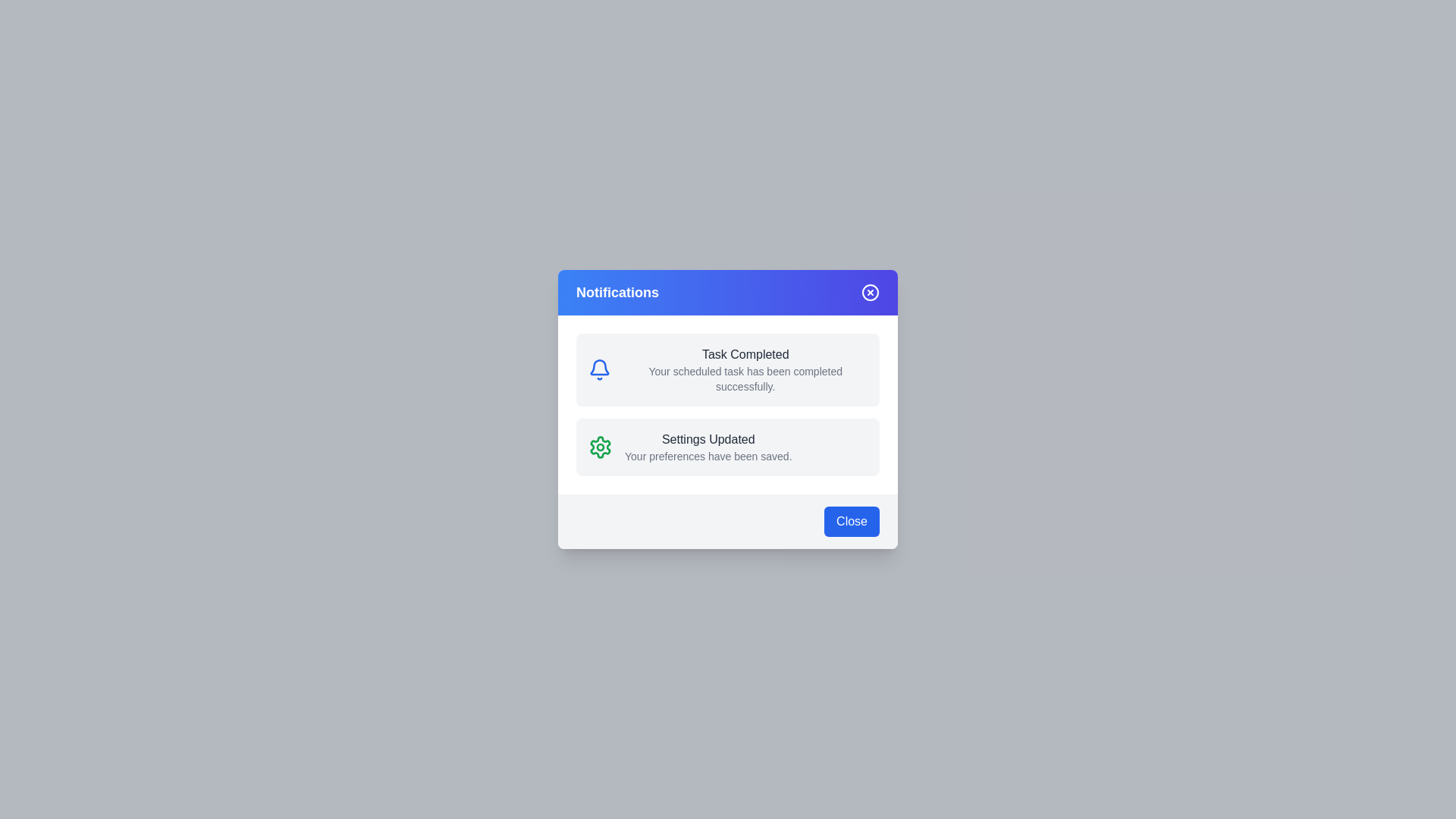 The width and height of the screenshot is (1456, 819). Describe the element at coordinates (728, 370) in the screenshot. I see `the 'Task Completed' notification to focus on its description` at that location.